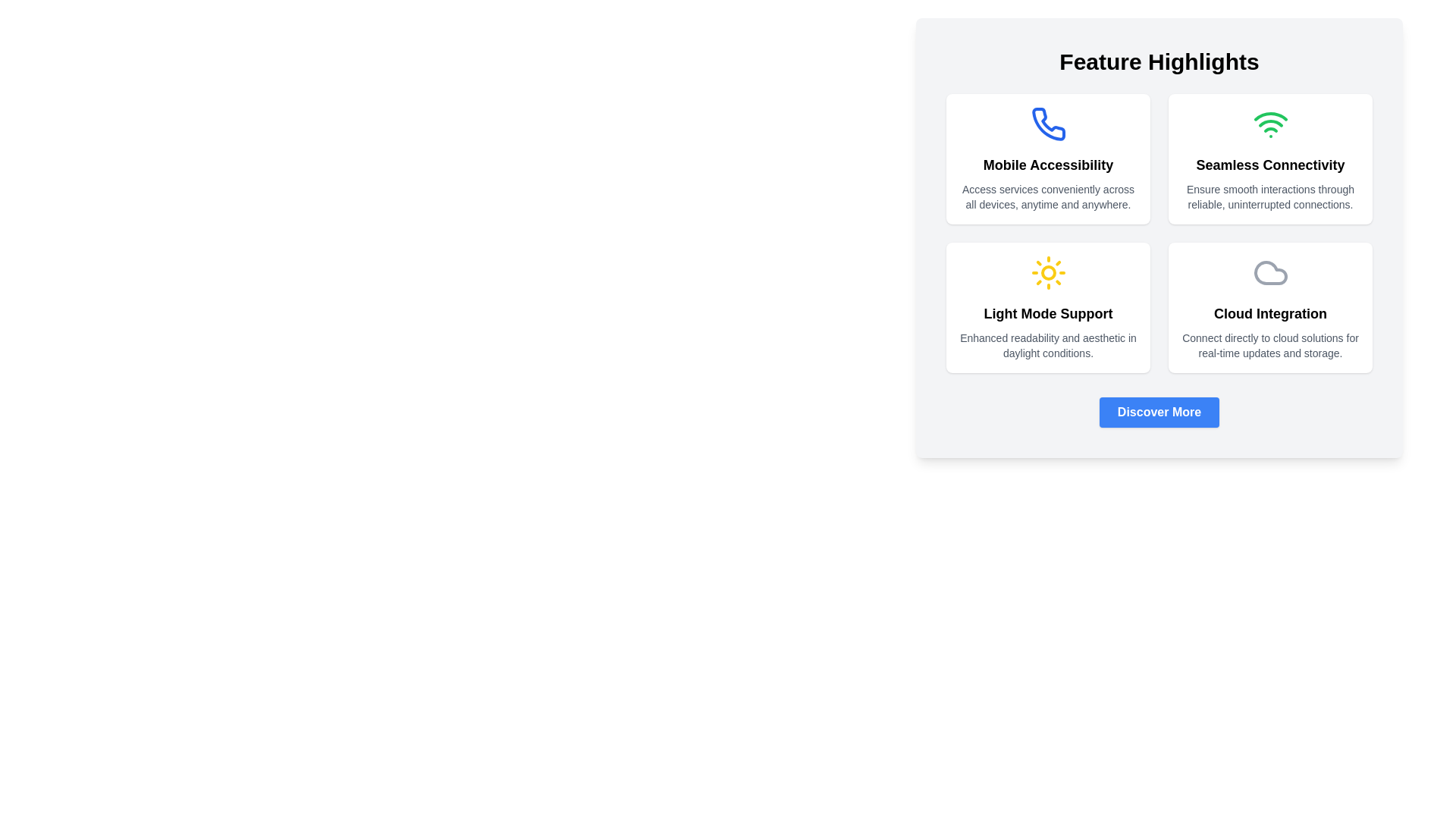  Describe the element at coordinates (1047, 271) in the screenshot. I see `the circular light yellow element inside the sun icon representing light mode support` at that location.